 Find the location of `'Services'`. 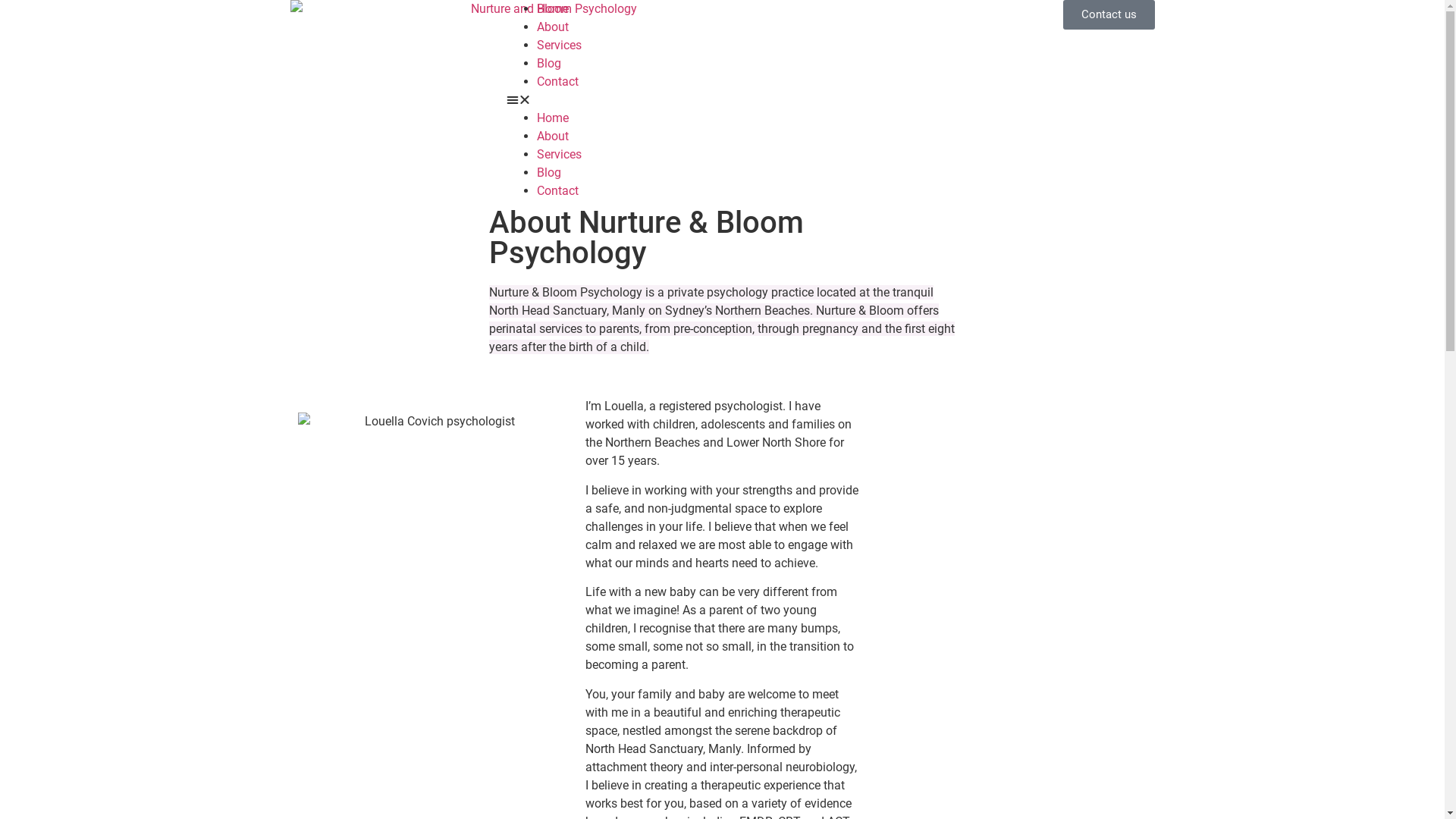

'Services' is located at coordinates (558, 154).